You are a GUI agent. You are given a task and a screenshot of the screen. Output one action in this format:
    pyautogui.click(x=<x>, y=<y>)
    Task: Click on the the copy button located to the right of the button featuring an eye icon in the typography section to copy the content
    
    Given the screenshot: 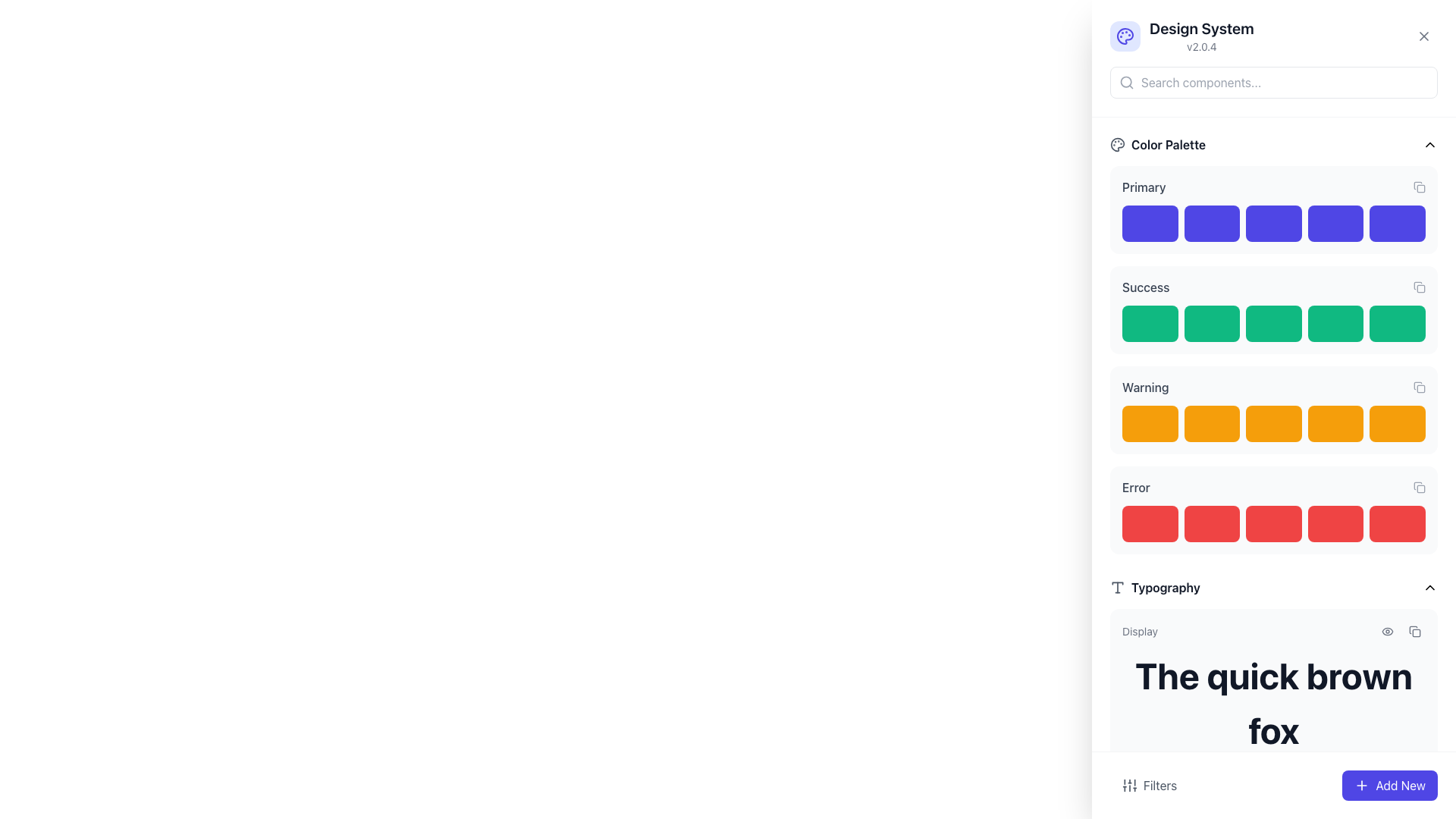 What is the action you would take?
    pyautogui.click(x=1414, y=803)
    